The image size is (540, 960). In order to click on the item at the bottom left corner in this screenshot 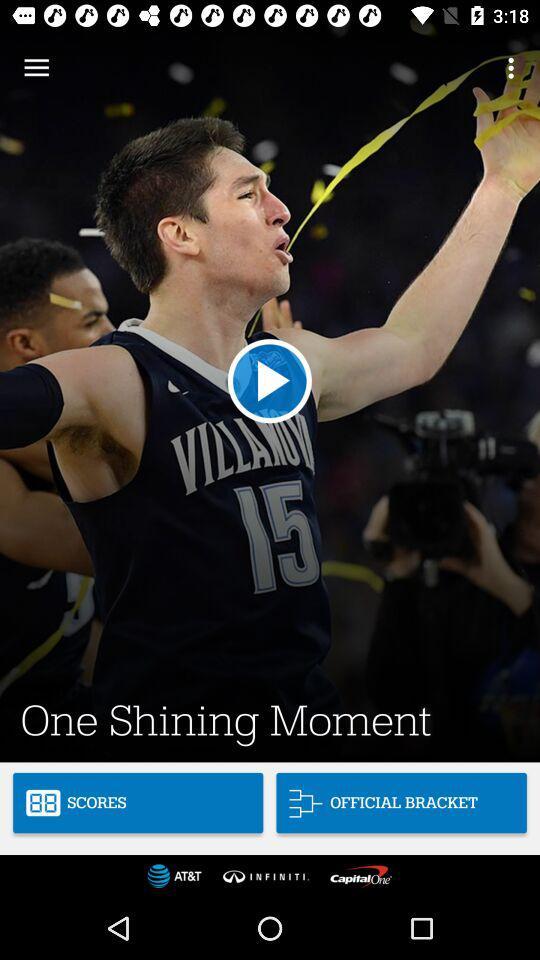, I will do `click(137, 803)`.